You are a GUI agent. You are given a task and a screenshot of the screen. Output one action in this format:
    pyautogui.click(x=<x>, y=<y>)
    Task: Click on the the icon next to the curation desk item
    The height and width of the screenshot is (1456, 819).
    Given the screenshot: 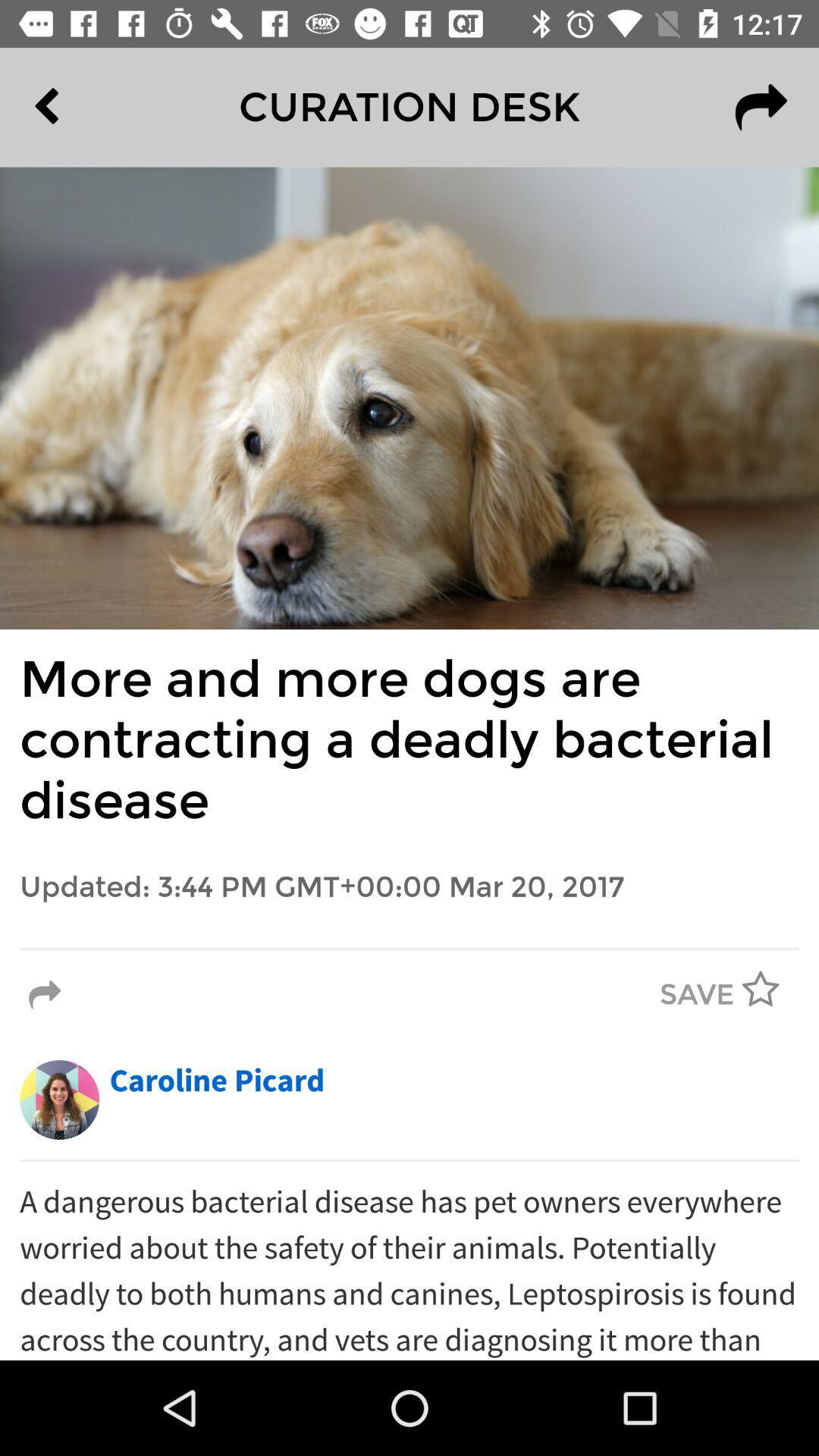 What is the action you would take?
    pyautogui.click(x=761, y=106)
    